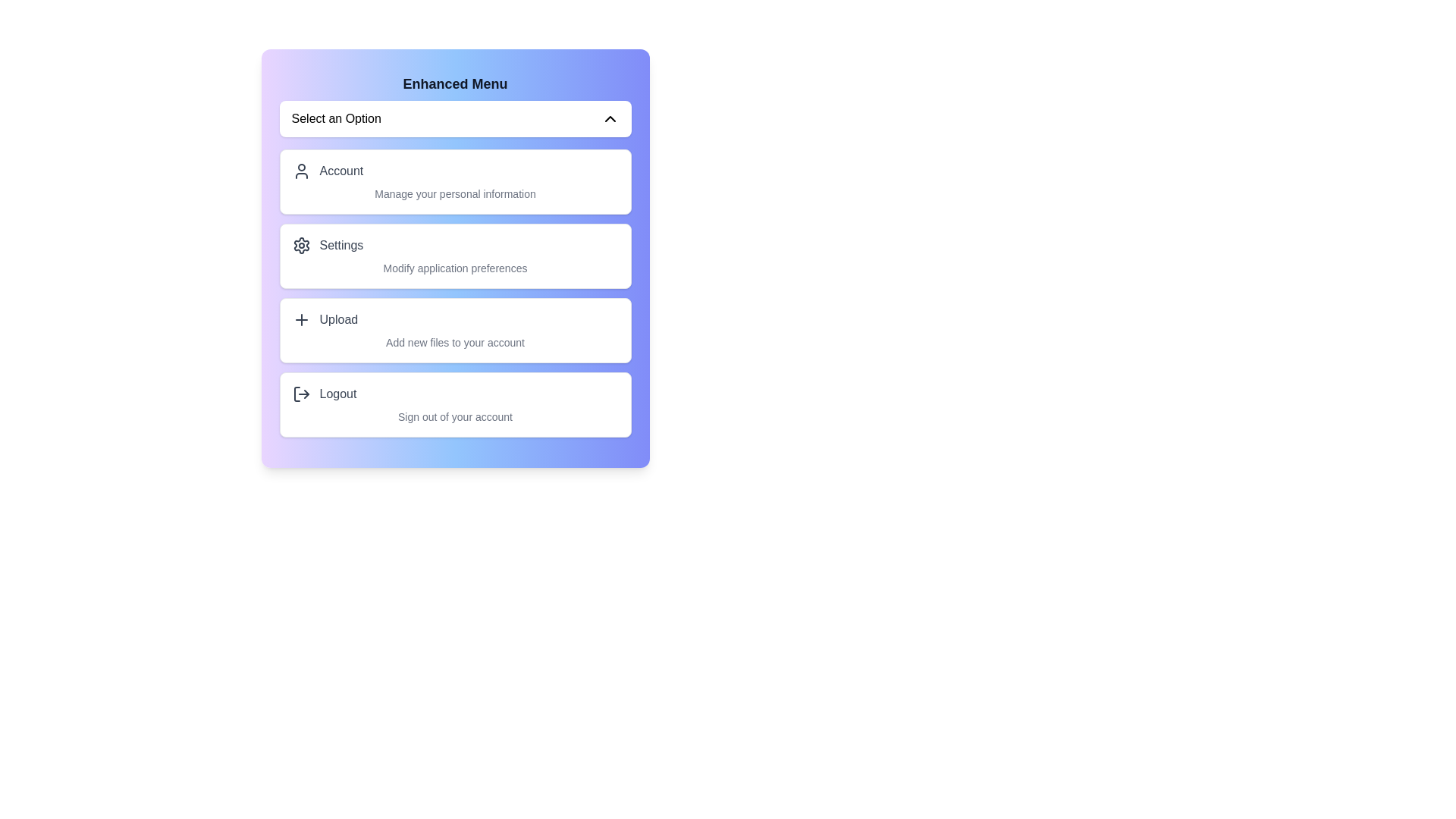 This screenshot has width=1456, height=819. Describe the element at coordinates (454, 329) in the screenshot. I see `the menu option corresponding to Upload to select it` at that location.